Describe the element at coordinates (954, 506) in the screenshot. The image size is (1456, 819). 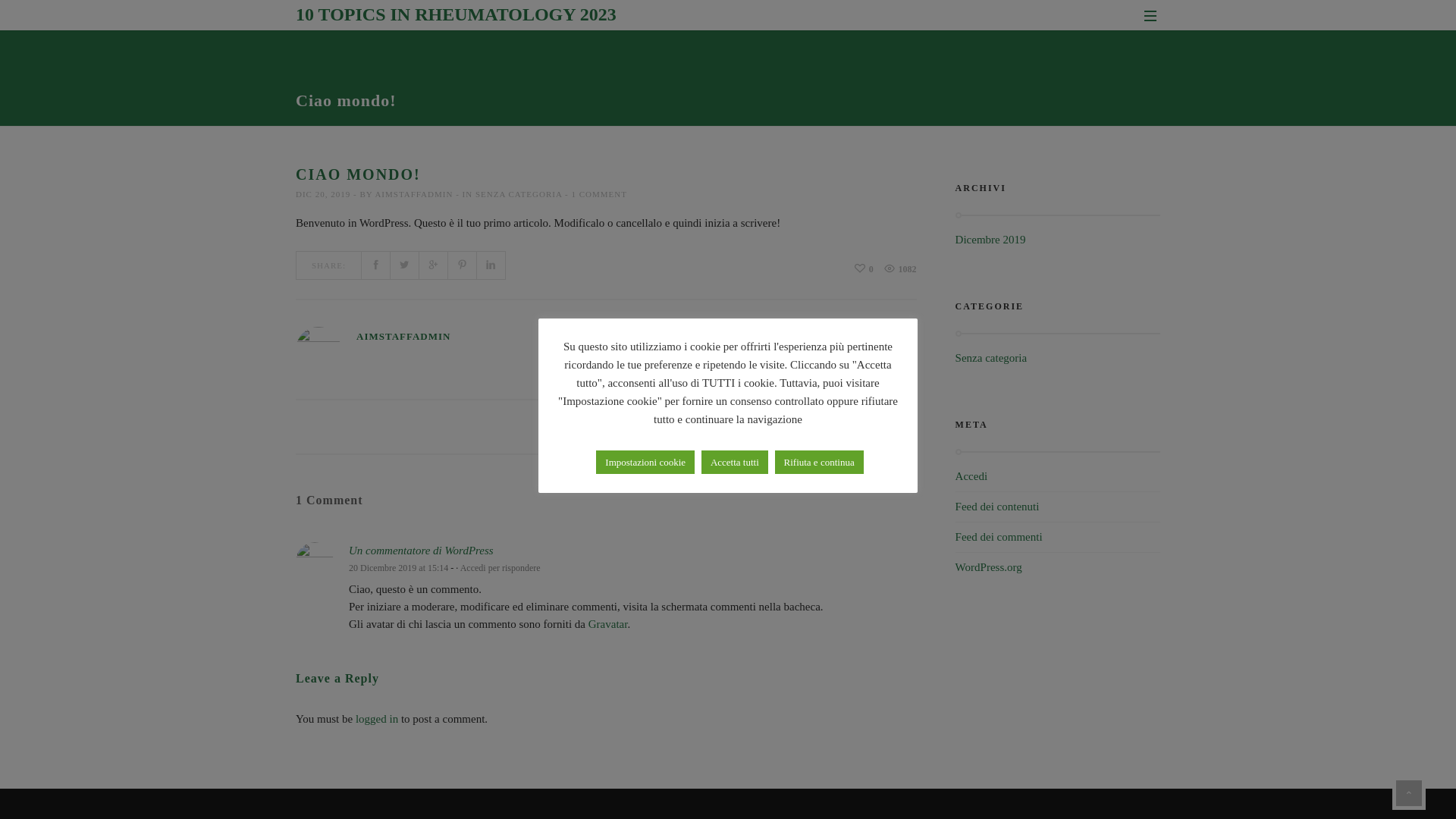
I see `'Feed dei contenuti'` at that location.